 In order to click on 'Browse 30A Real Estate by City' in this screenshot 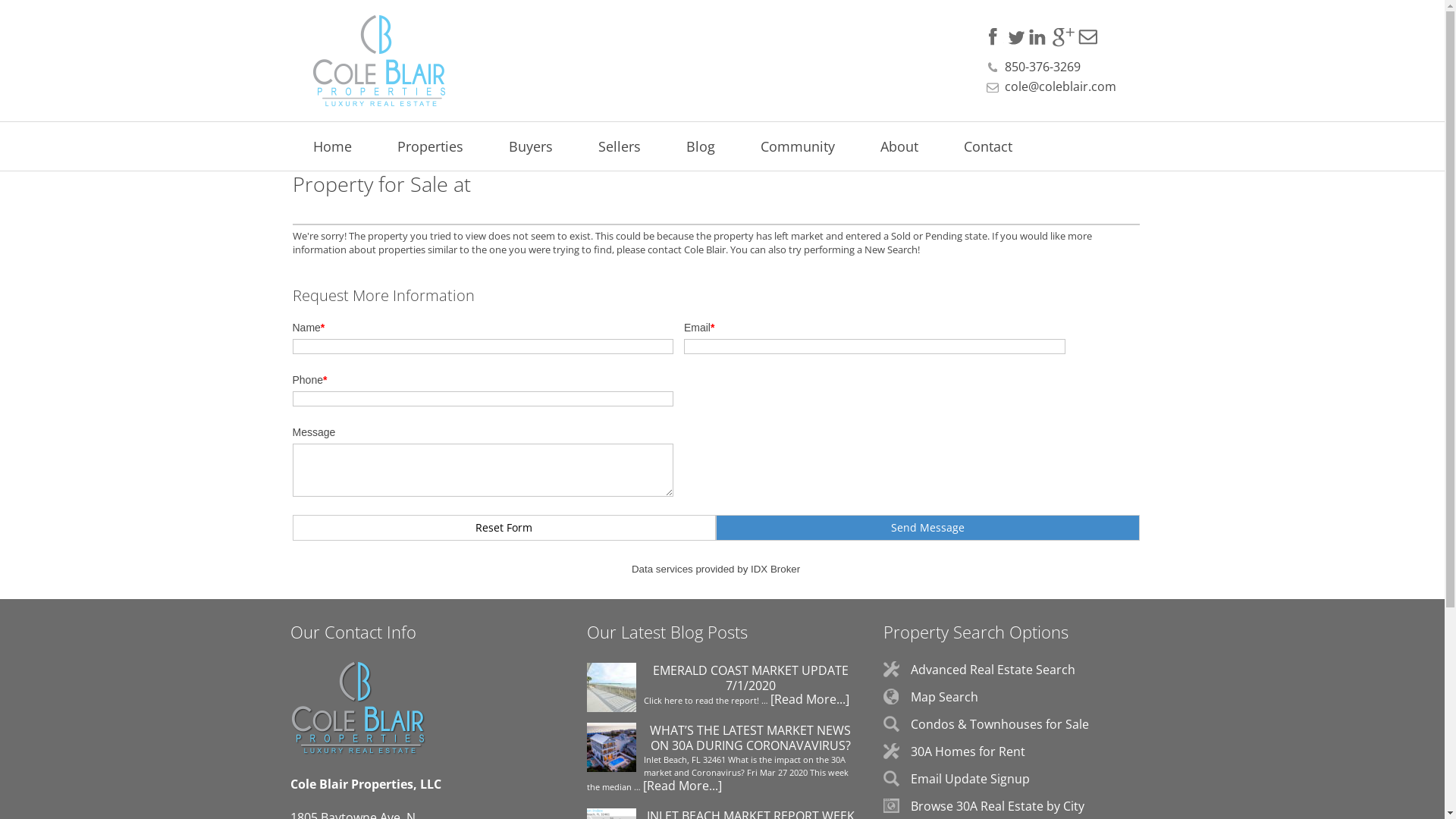, I will do `click(997, 805)`.